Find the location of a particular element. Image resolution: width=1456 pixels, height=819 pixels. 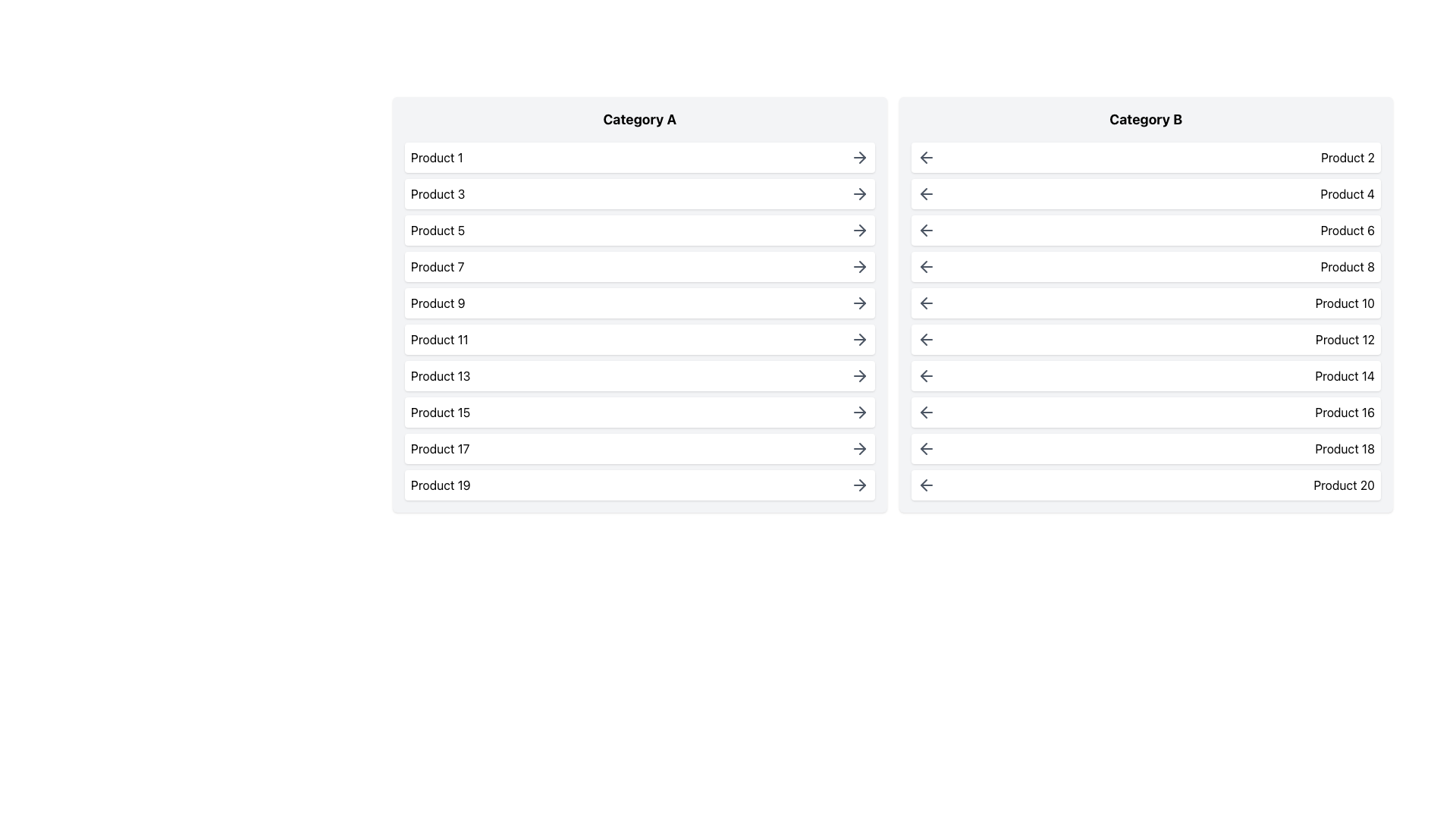

the text label 'Product 1' which is located in the first row of the 'Category A' column in the UI table layout, styled with a standard sans-serif font in black, inside a white box with rounded corners is located at coordinates (436, 158).